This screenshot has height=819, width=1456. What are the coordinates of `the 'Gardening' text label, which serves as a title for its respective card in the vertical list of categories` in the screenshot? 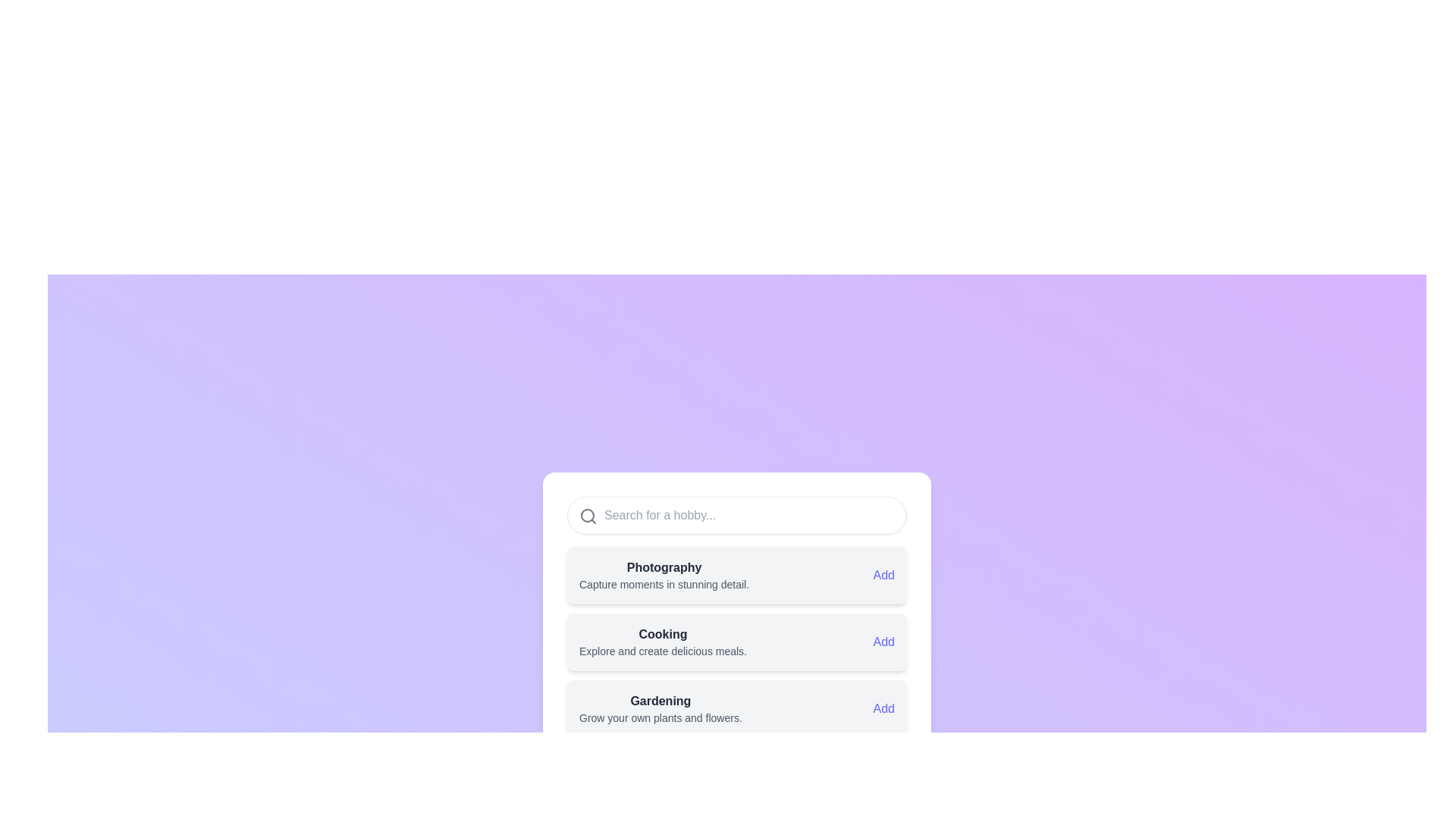 It's located at (661, 701).